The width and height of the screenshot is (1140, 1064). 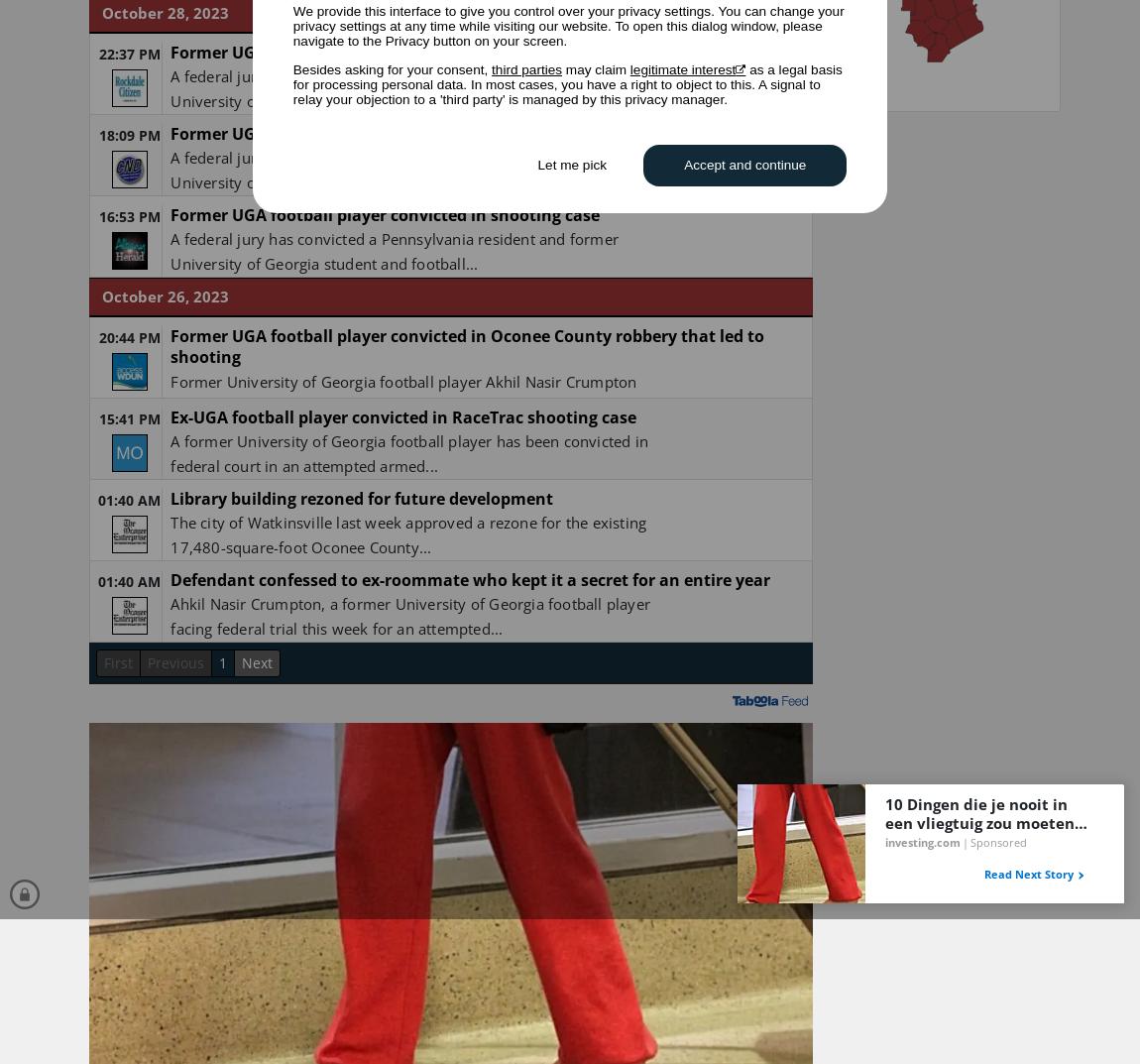 I want to click on '20:44 PM', so click(x=127, y=336).